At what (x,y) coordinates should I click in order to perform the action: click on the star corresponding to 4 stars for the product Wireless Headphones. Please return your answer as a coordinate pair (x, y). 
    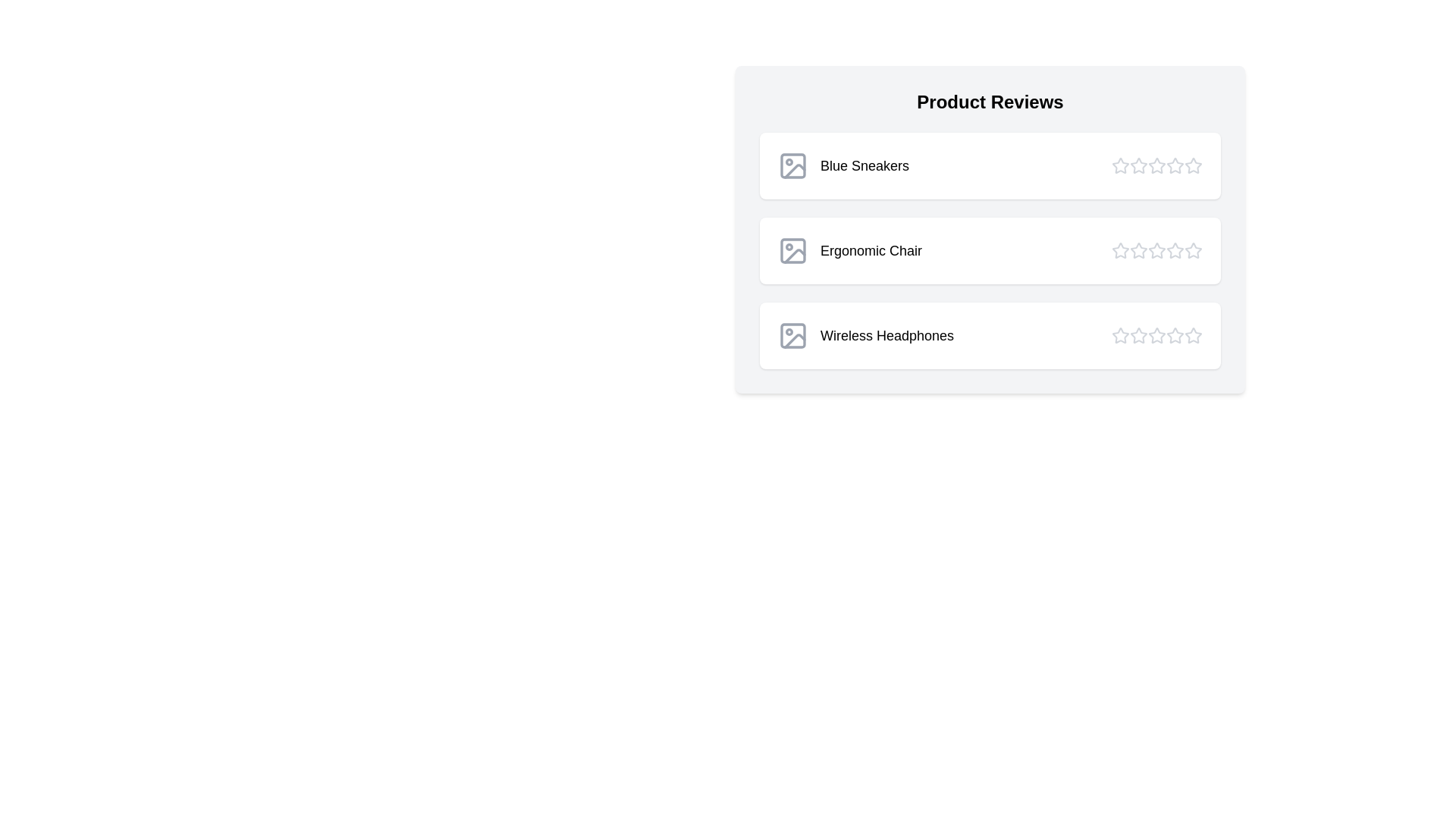
    Looking at the image, I should click on (1175, 335).